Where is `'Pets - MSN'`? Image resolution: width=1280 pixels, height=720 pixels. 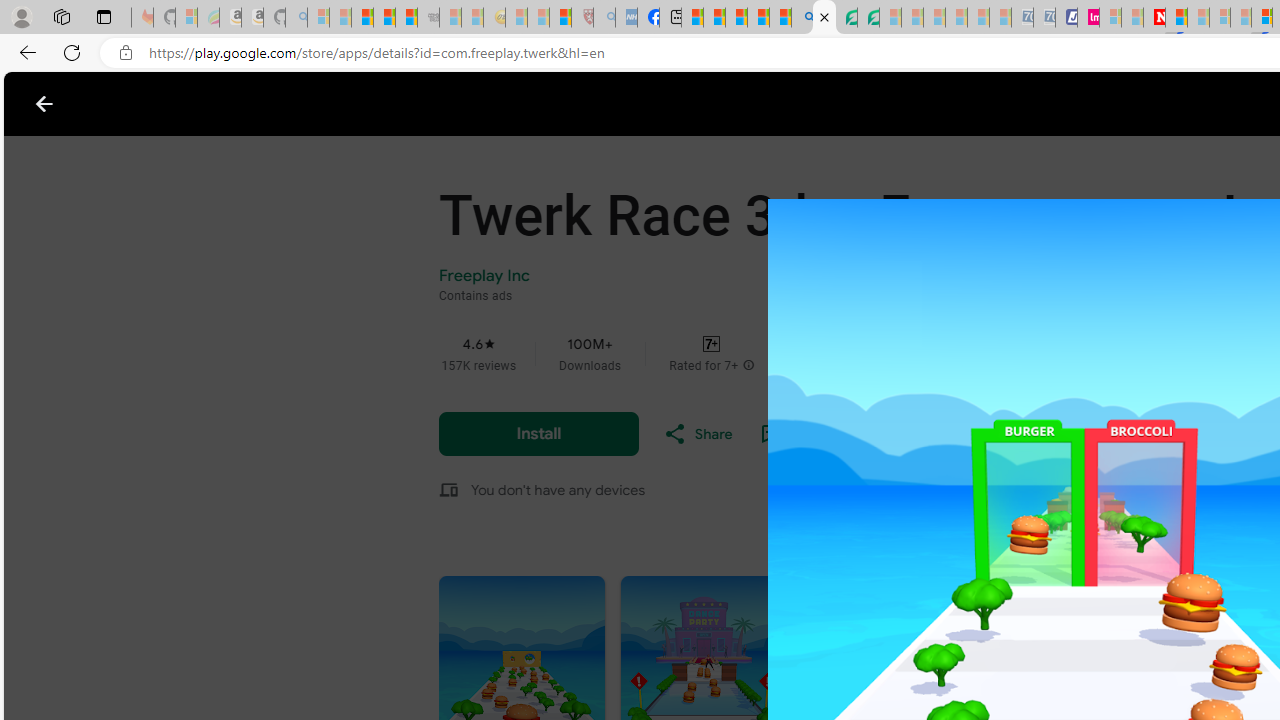 'Pets - MSN' is located at coordinates (757, 17).